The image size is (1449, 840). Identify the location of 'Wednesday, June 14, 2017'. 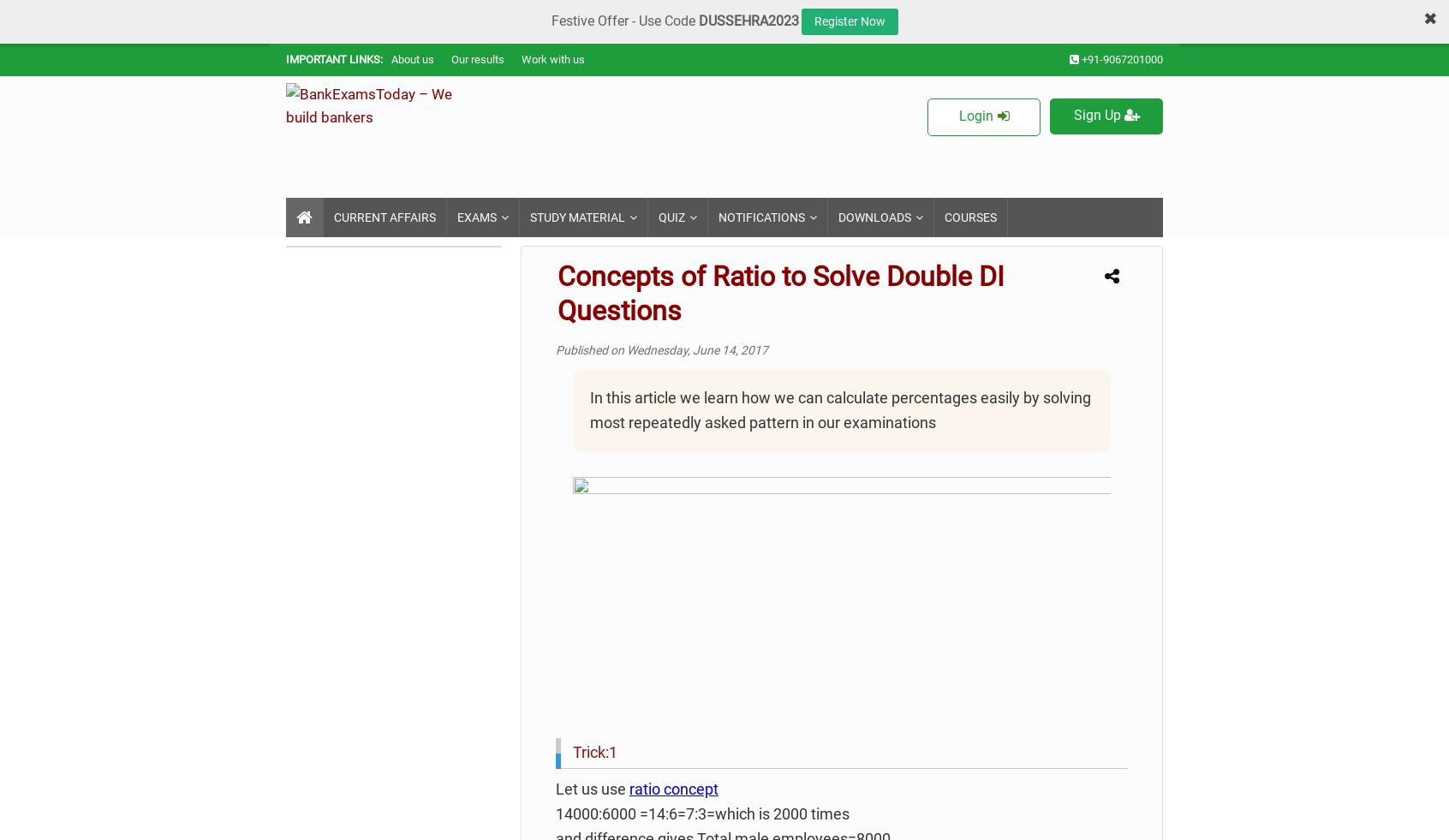
(625, 349).